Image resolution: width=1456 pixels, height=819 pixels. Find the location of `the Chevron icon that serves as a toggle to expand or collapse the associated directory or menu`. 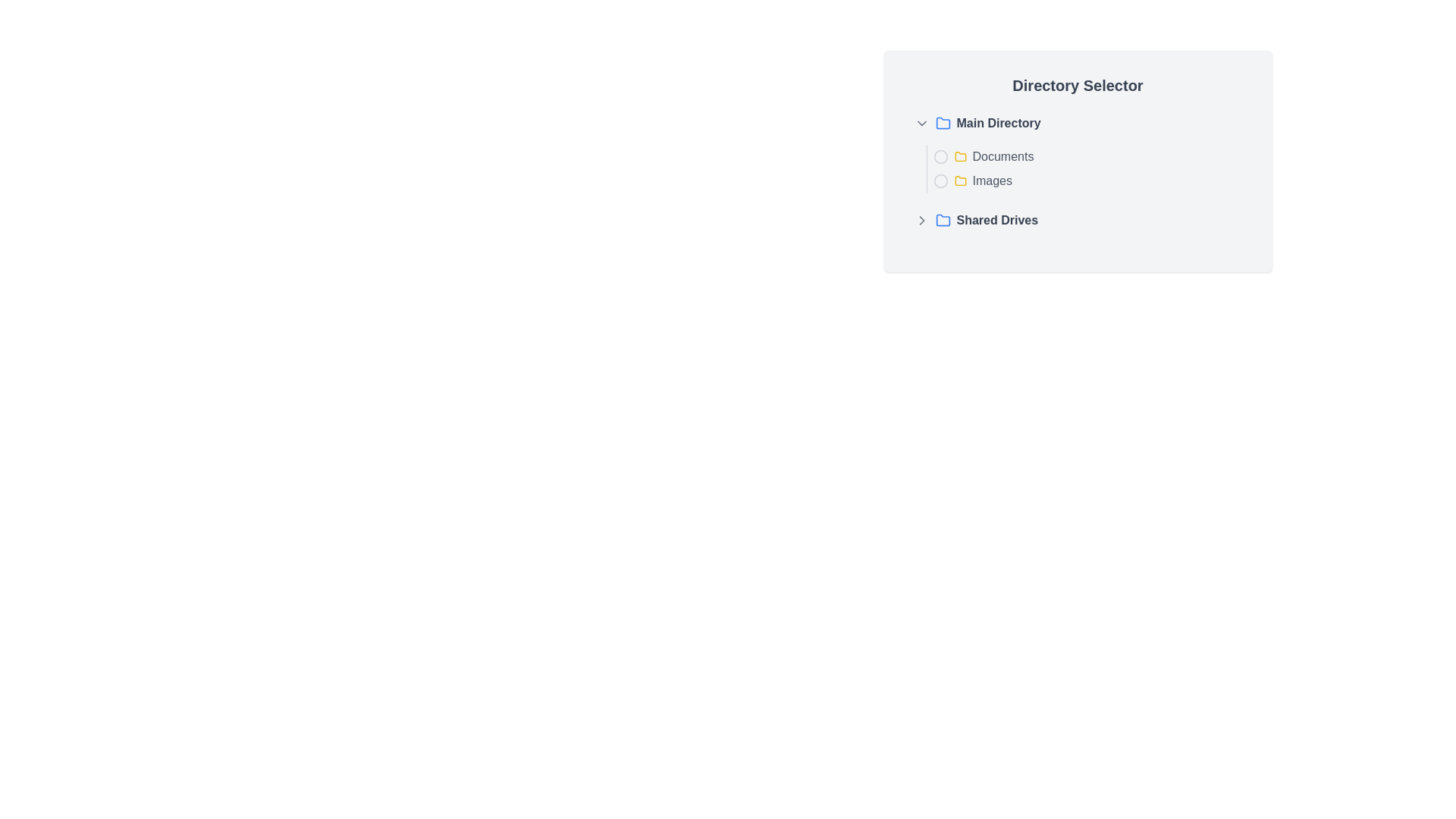

the Chevron icon that serves as a toggle to expand or collapse the associated directory or menu is located at coordinates (921, 122).